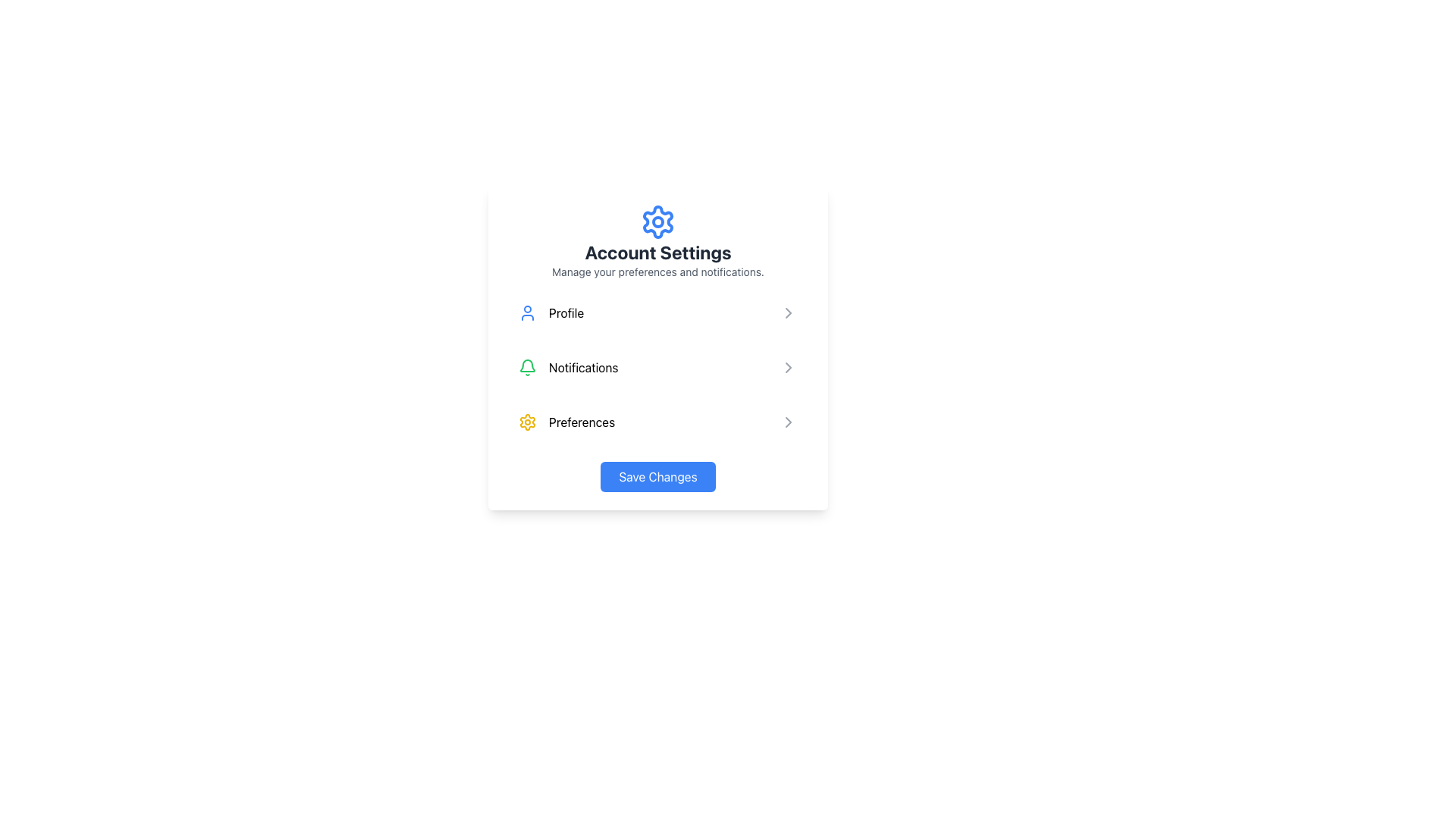 This screenshot has width=1456, height=819. Describe the element at coordinates (528, 368) in the screenshot. I see `the Notifications bell icon located in the second item of the list` at that location.